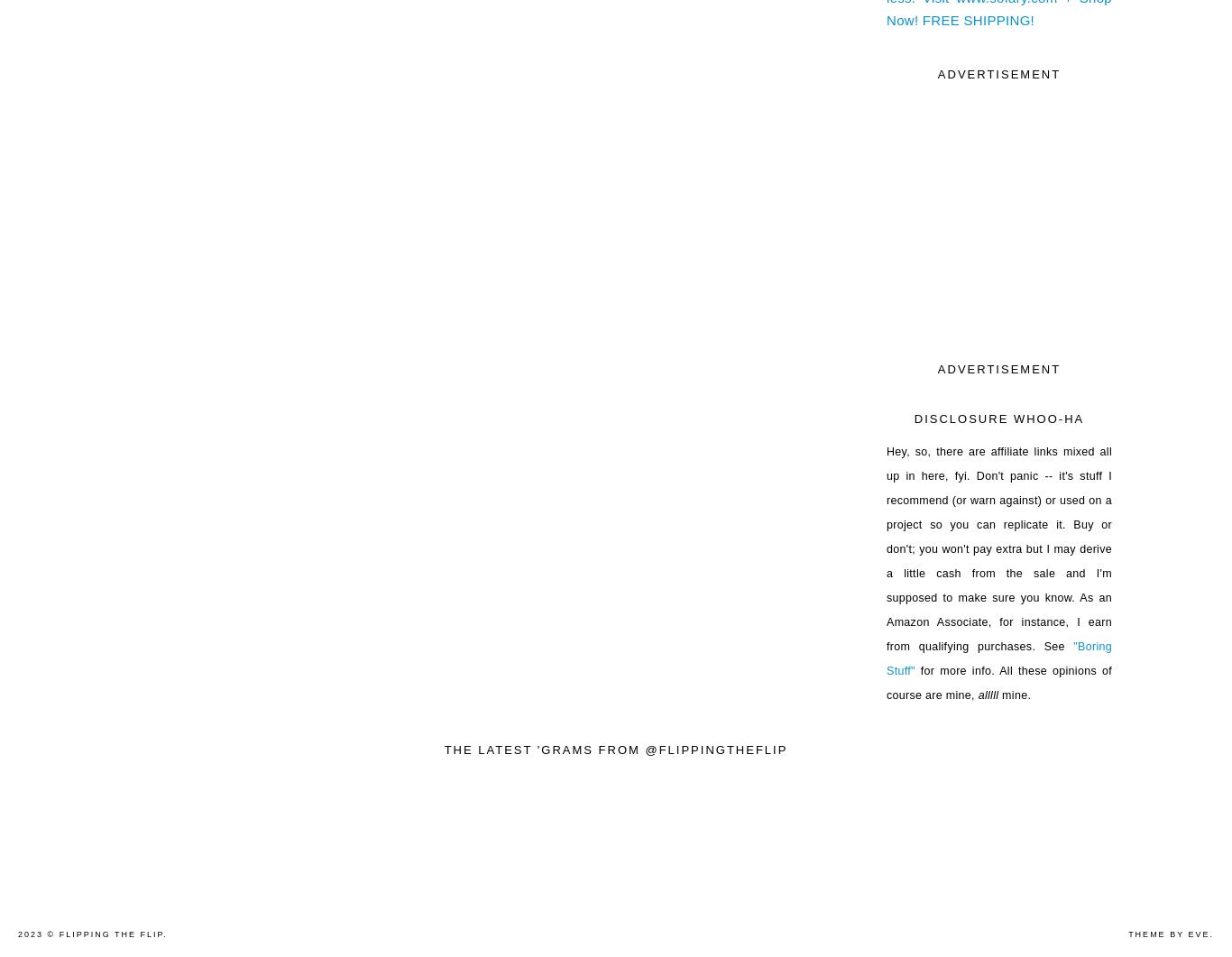 The image size is (1232, 957). Describe the element at coordinates (614, 749) in the screenshot. I see `'the latest 'grams from @flippingtheflip'` at that location.